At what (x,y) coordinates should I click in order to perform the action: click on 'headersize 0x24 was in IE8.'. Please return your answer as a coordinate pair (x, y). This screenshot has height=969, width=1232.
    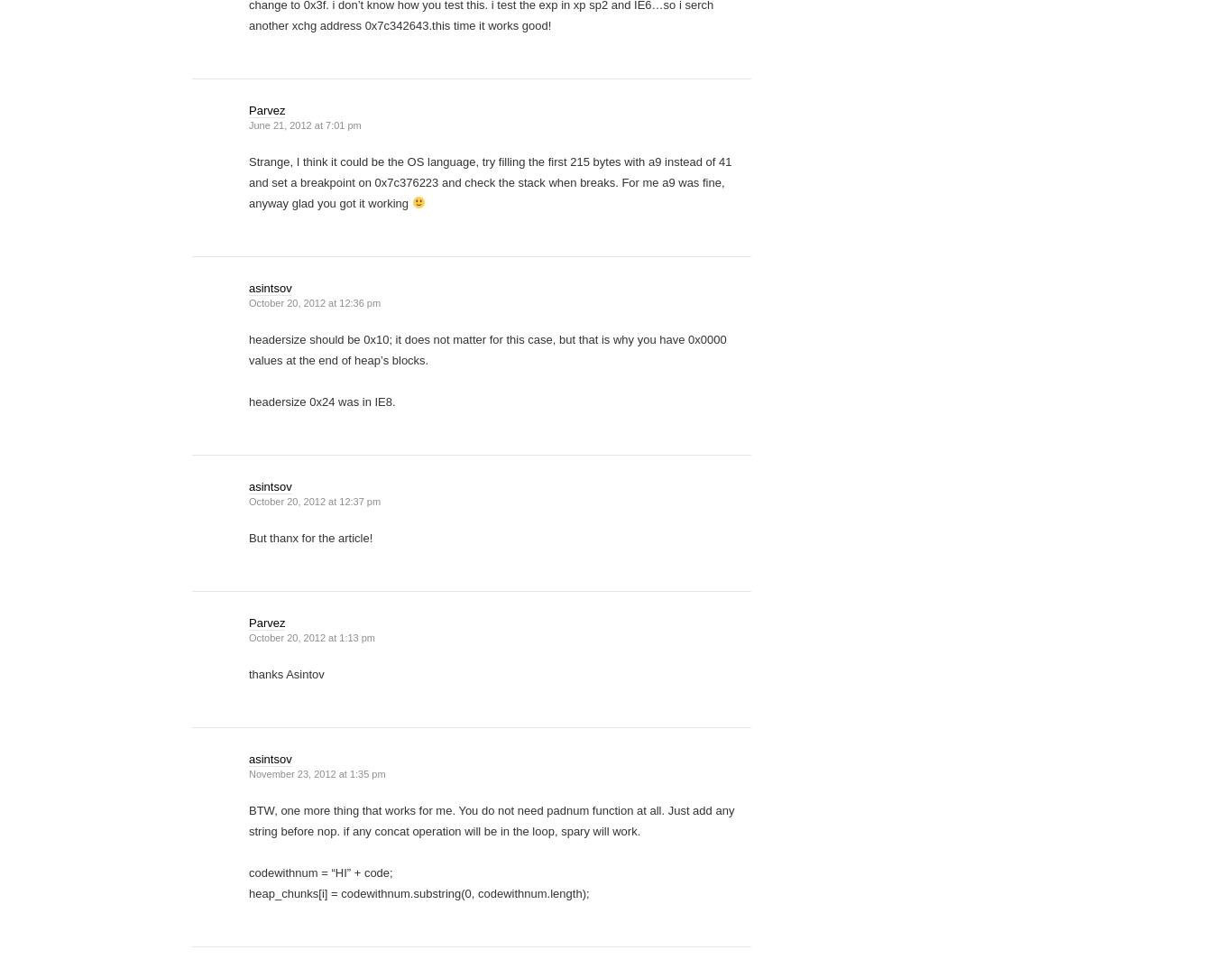
    Looking at the image, I should click on (320, 401).